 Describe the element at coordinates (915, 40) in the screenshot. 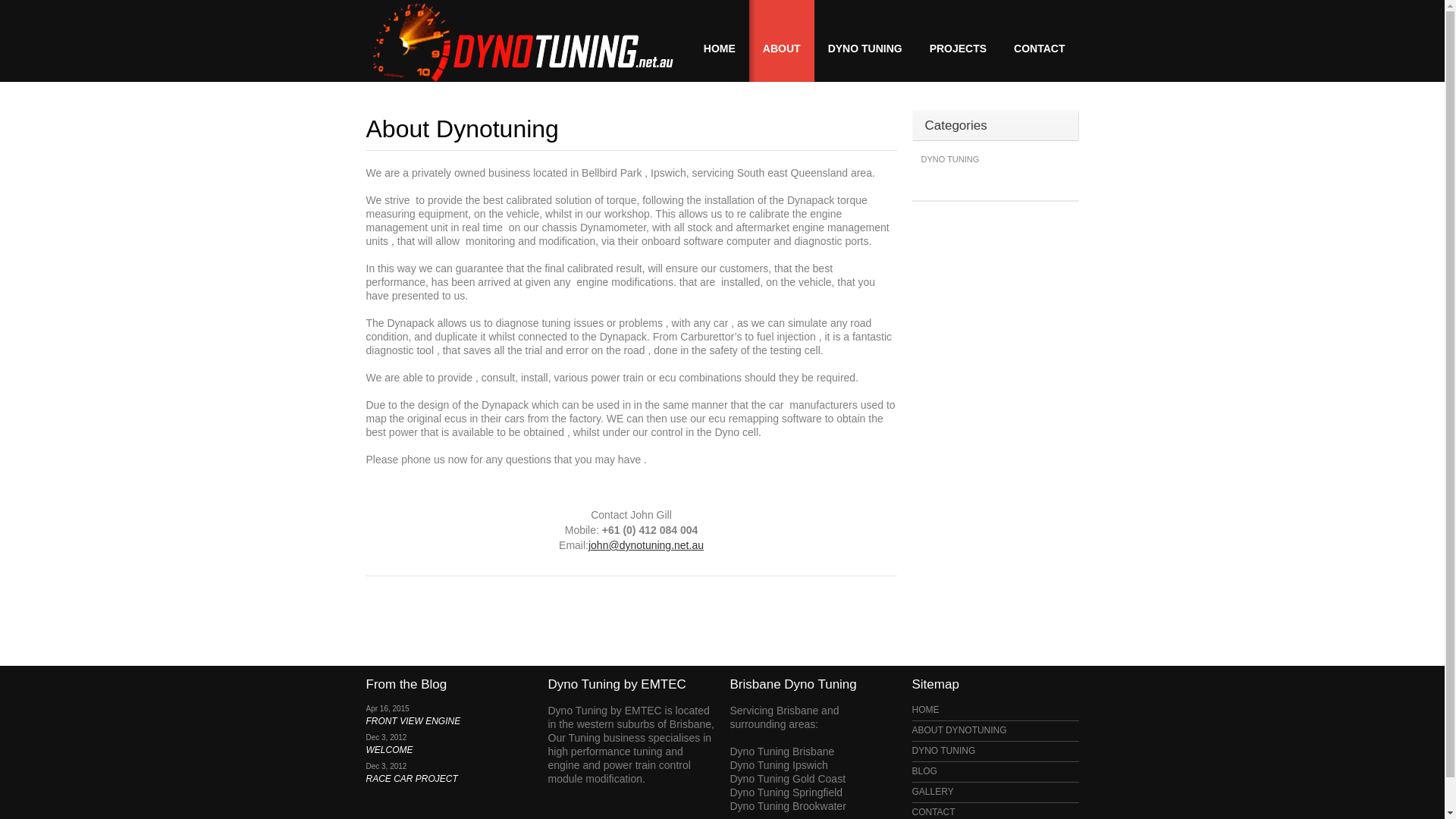

I see `'PROJECTS'` at that location.